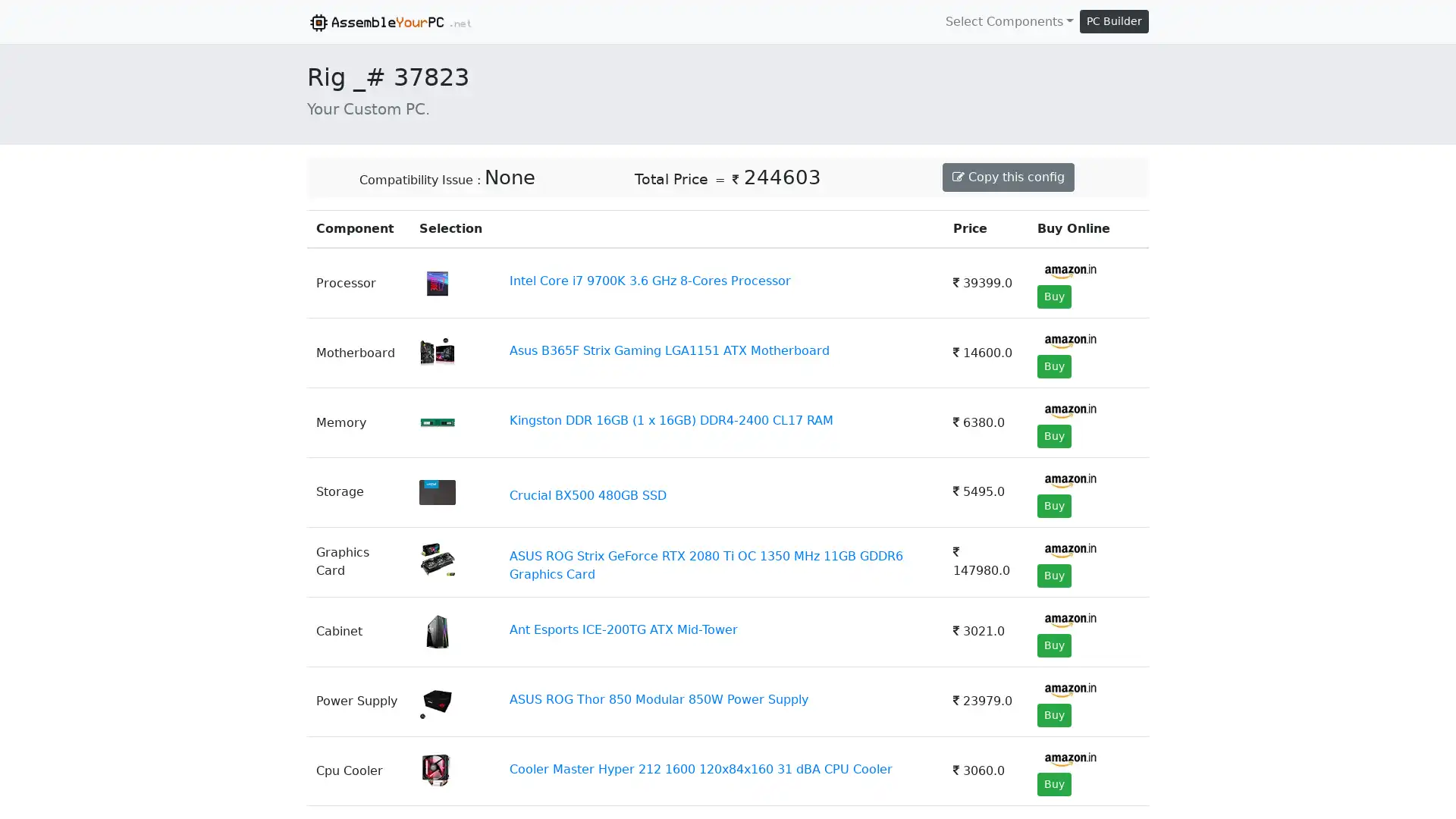 The height and width of the screenshot is (819, 1456). I want to click on Copy this config, so click(1008, 175).